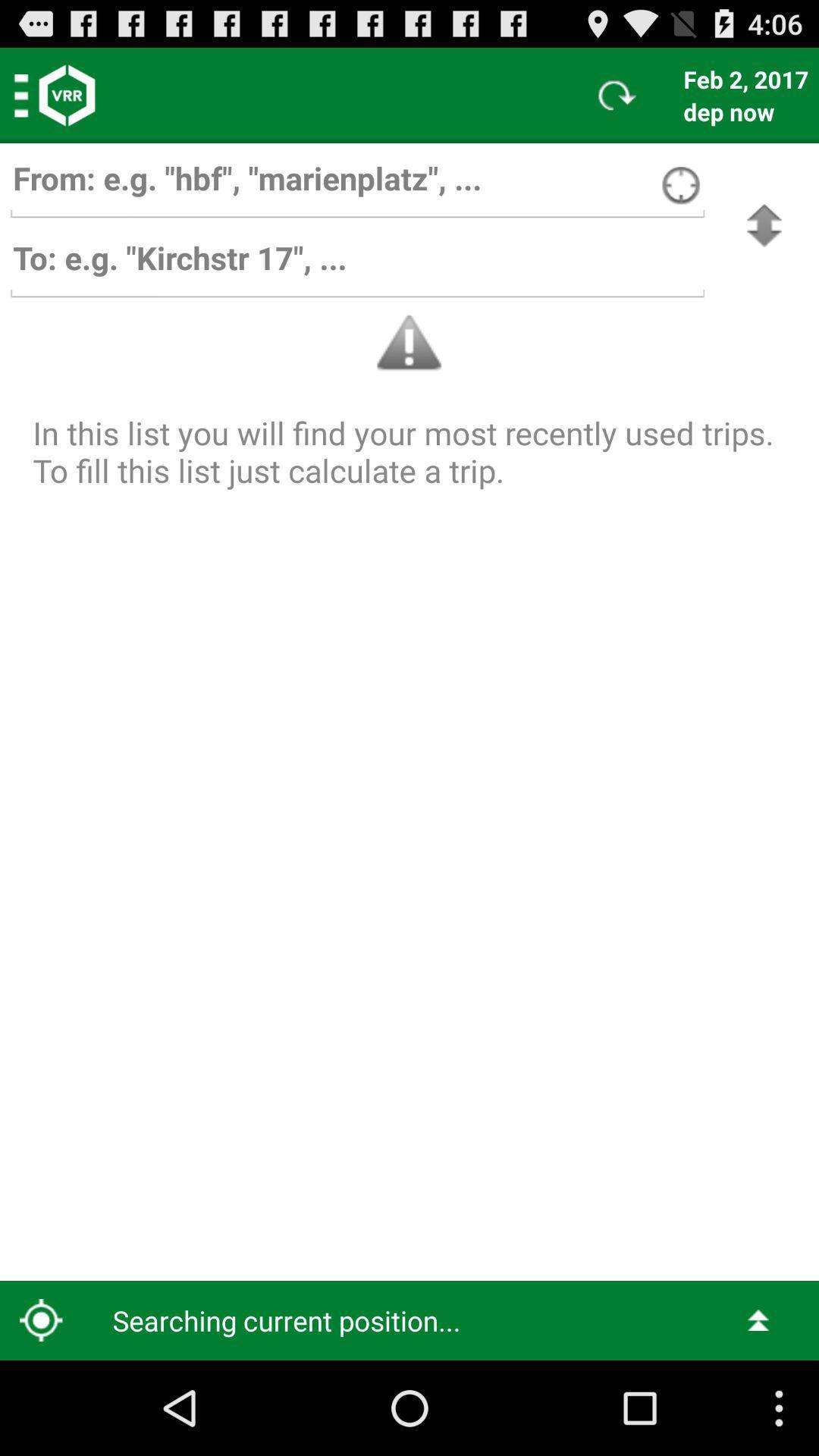 The height and width of the screenshot is (1456, 819). Describe the element at coordinates (617, 94) in the screenshot. I see `refresh icon at top` at that location.